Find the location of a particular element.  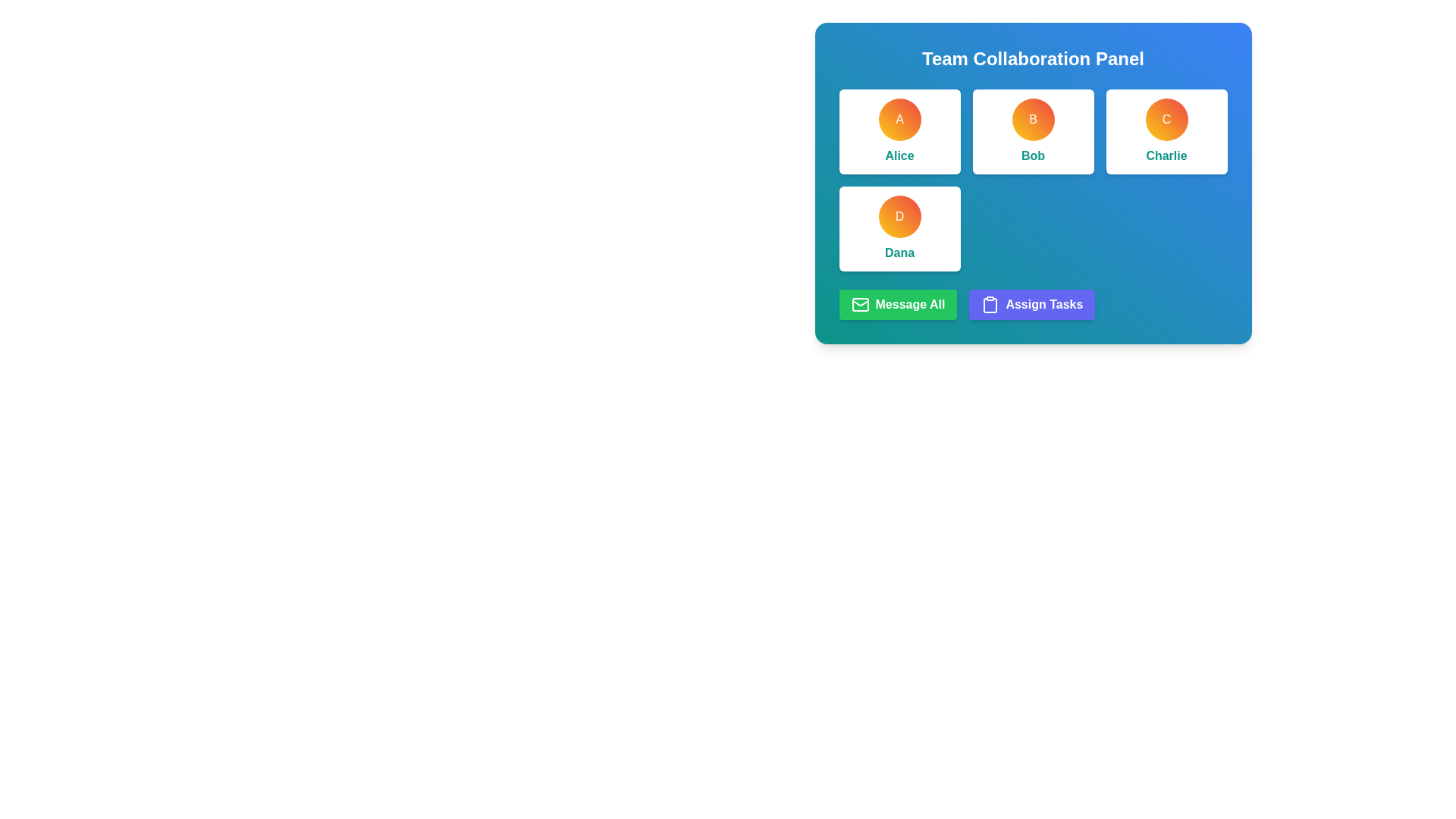

text label that identifies 'Dana,' which is located within a white card in the lower left quadrant of the 'Team Collaboration Panel.' is located at coordinates (899, 253).